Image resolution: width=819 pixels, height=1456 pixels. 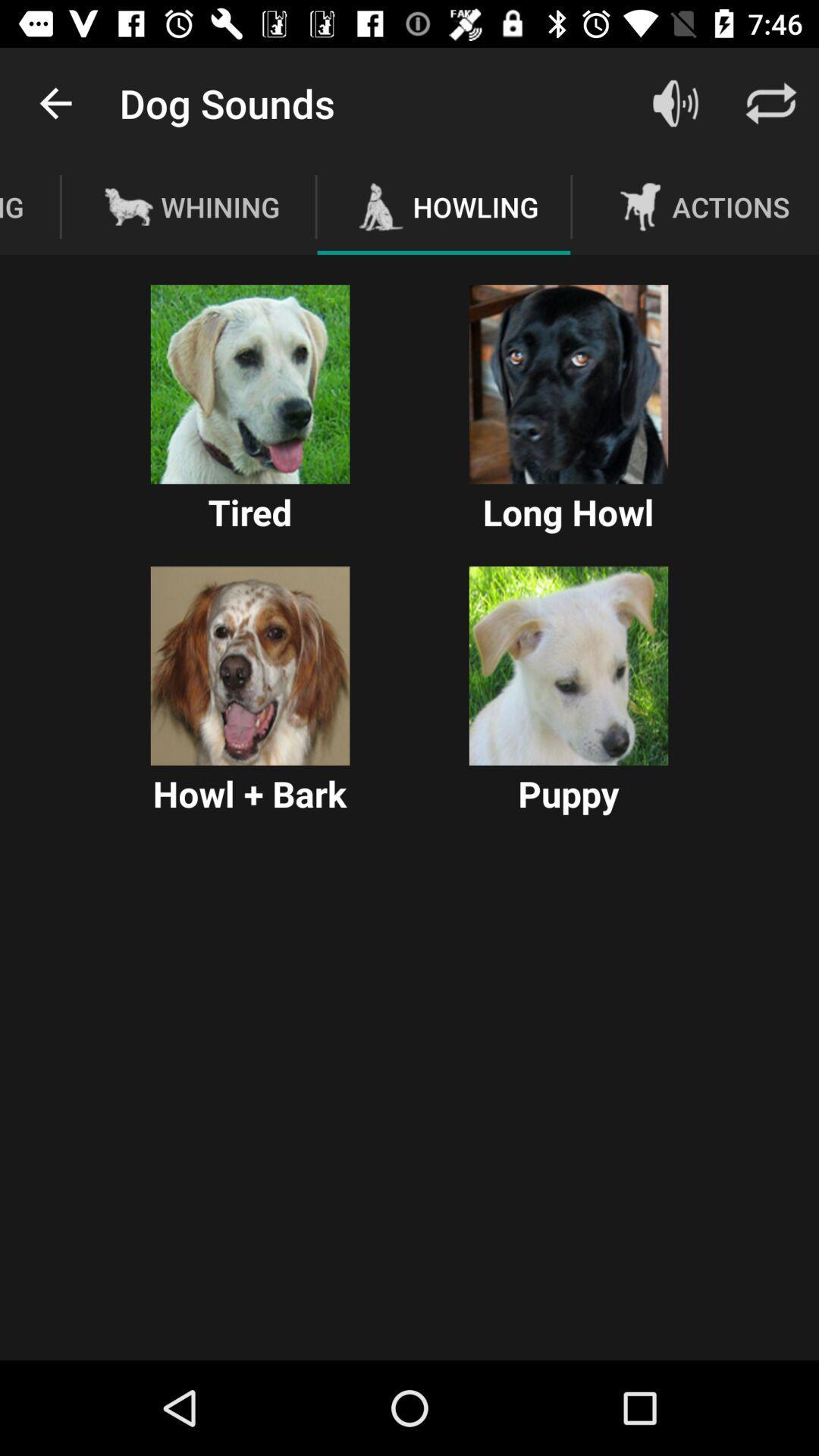 I want to click on listen to puppy, so click(x=568, y=666).